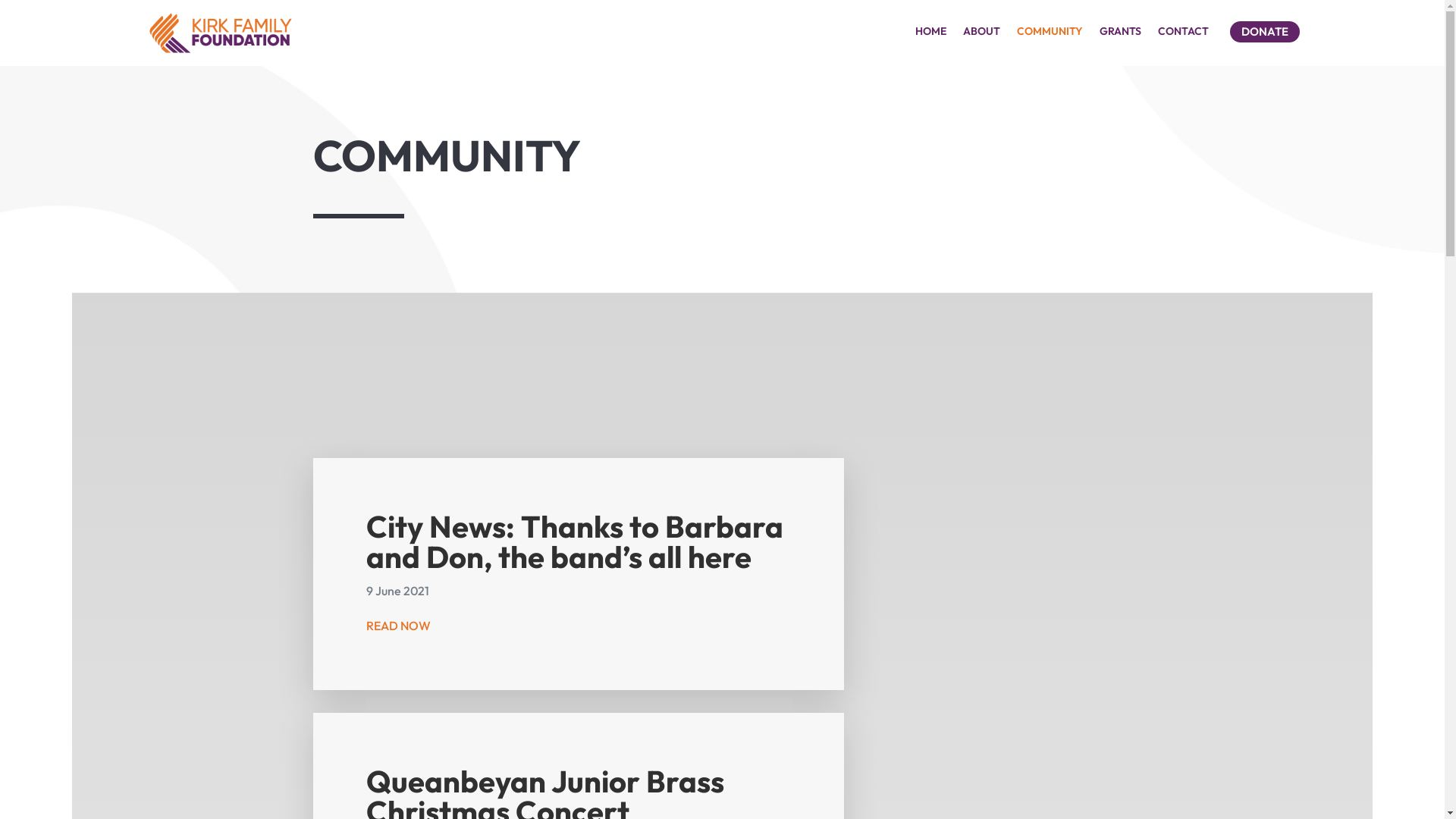 Image resolution: width=1456 pixels, height=819 pixels. What do you see at coordinates (914, 34) in the screenshot?
I see `'HOME'` at bounding box center [914, 34].